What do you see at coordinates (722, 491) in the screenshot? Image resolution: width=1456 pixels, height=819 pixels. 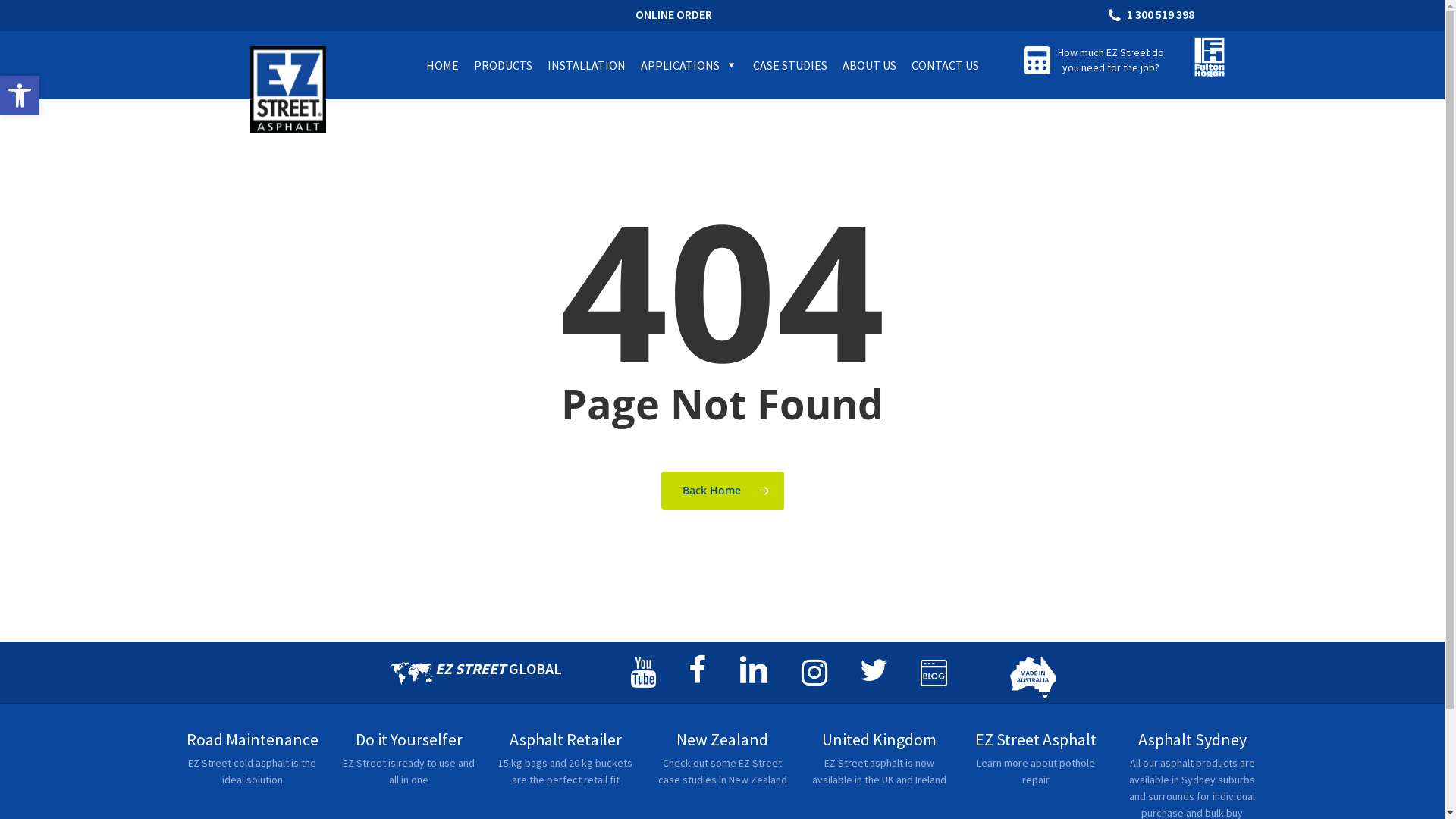 I see `'Back Home'` at bounding box center [722, 491].